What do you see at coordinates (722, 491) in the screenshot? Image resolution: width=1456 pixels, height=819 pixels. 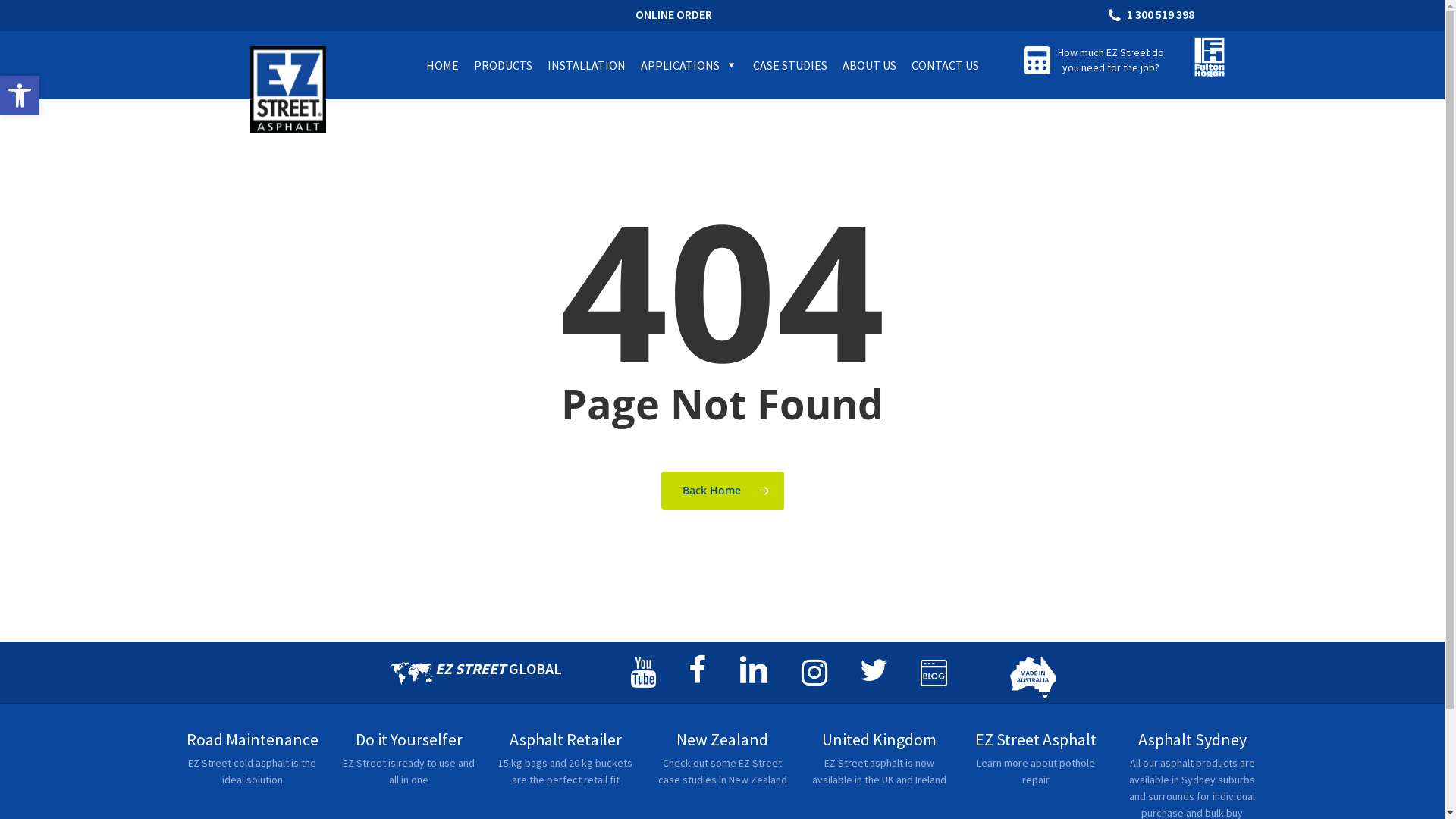 I see `'Back Home'` at bounding box center [722, 491].